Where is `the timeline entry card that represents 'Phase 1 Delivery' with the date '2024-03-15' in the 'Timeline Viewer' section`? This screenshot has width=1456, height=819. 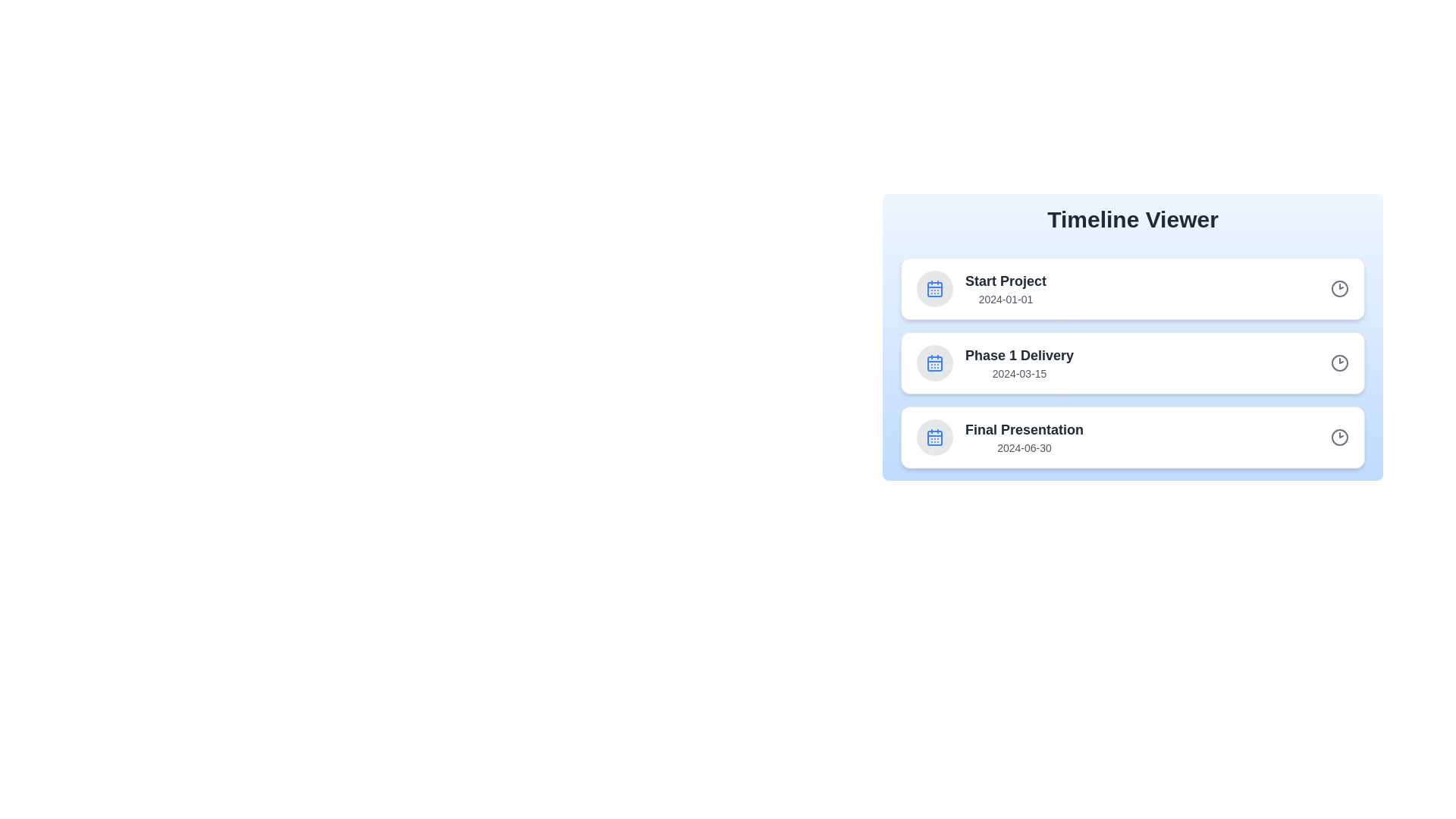 the timeline entry card that represents 'Phase 1 Delivery' with the date '2024-03-15' in the 'Timeline Viewer' section is located at coordinates (1132, 362).